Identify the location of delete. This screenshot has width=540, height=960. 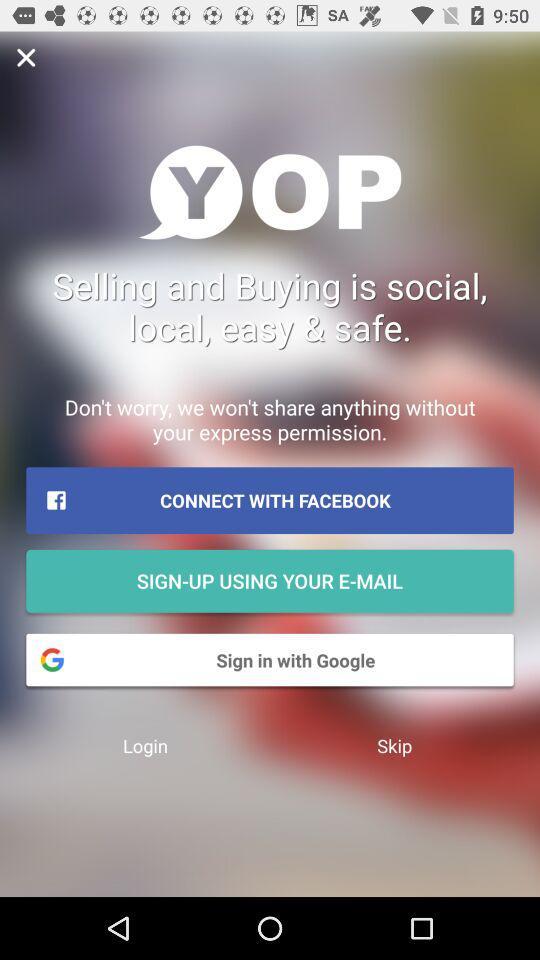
(25, 56).